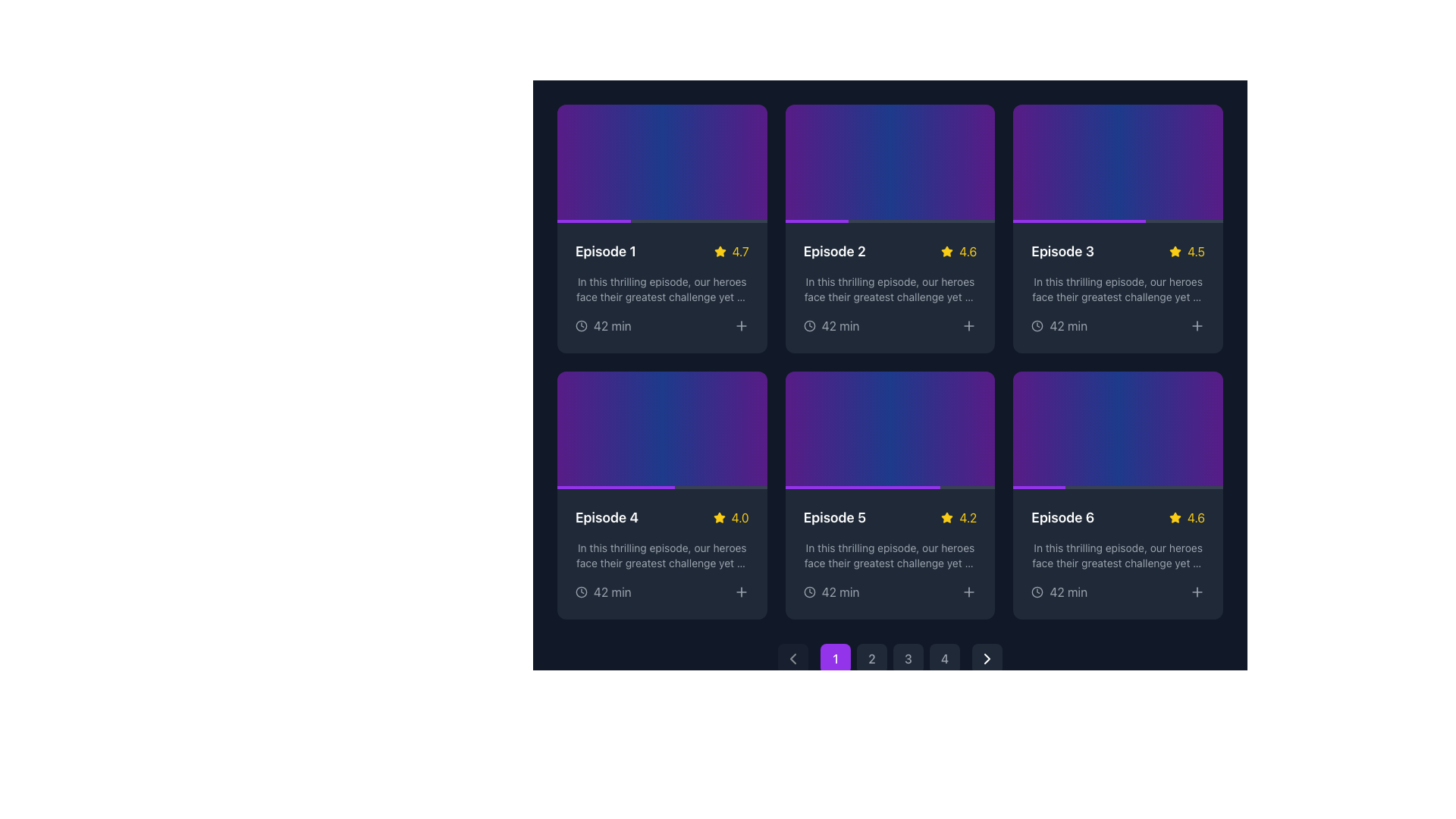 This screenshot has width=1456, height=819. I want to click on the star icon representing the rating of '4.5' in the third card of the top row, so click(1175, 250).